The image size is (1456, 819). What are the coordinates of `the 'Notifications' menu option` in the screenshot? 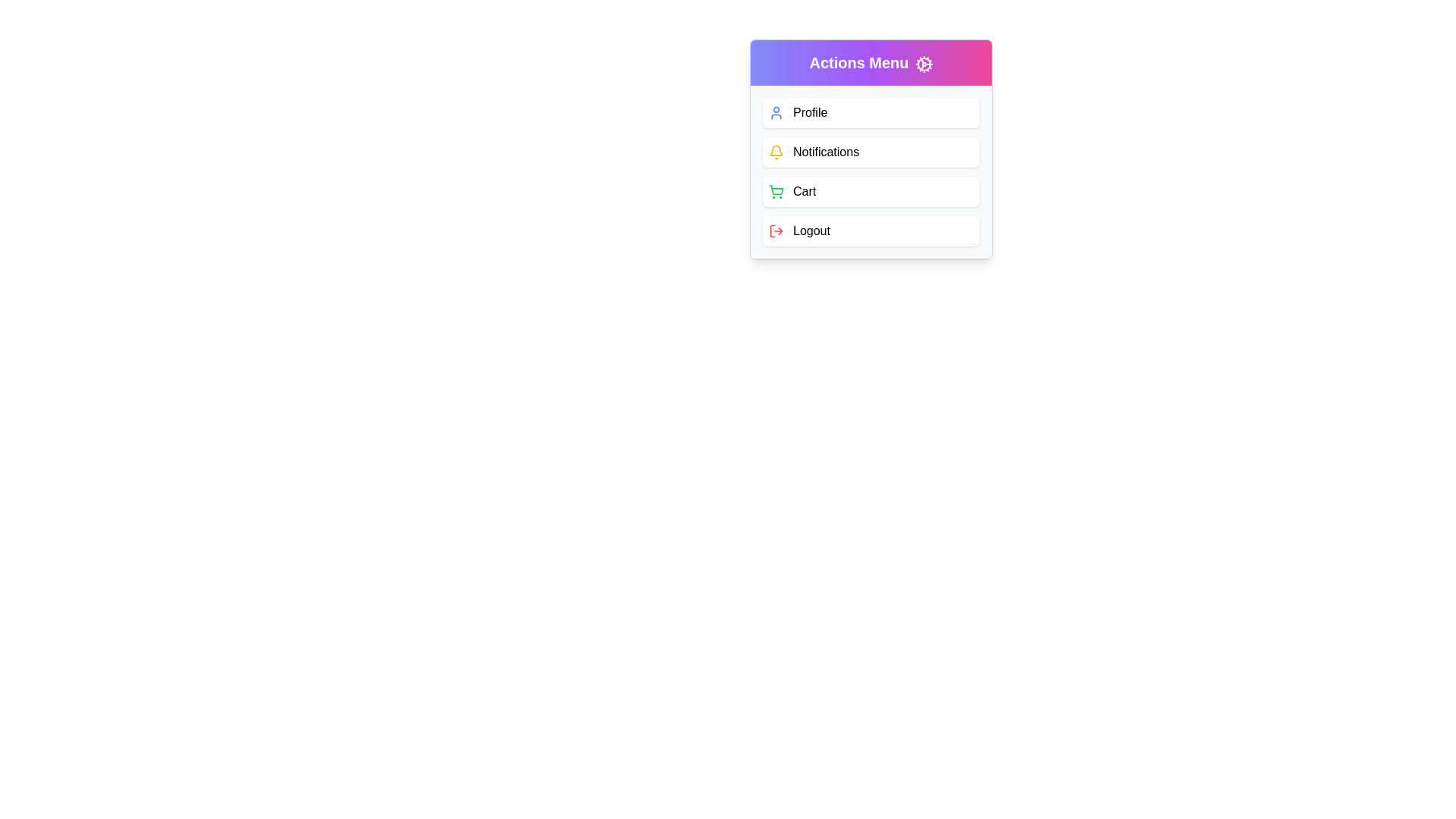 It's located at (871, 152).